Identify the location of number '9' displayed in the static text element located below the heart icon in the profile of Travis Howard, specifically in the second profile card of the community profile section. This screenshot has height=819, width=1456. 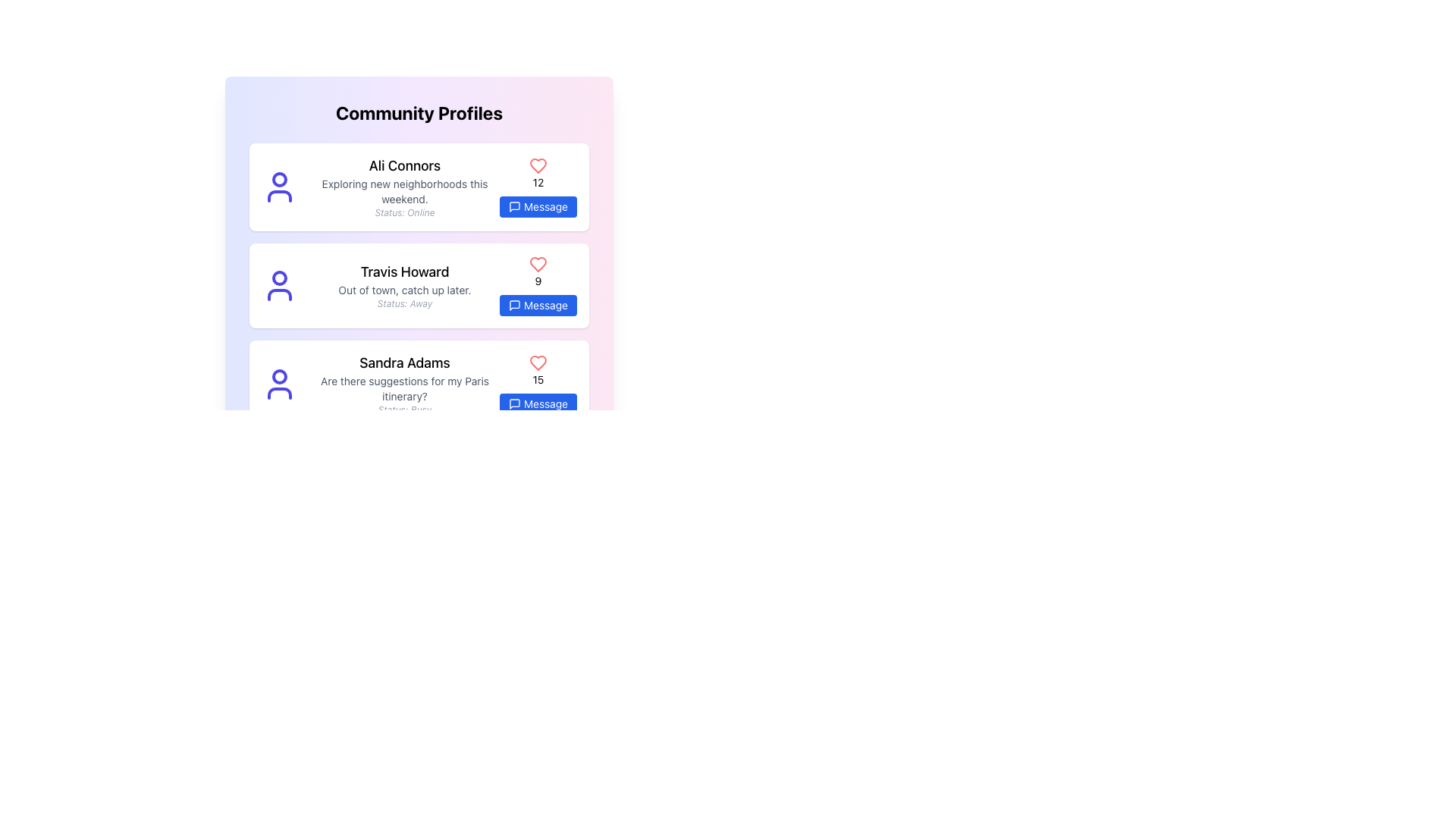
(538, 281).